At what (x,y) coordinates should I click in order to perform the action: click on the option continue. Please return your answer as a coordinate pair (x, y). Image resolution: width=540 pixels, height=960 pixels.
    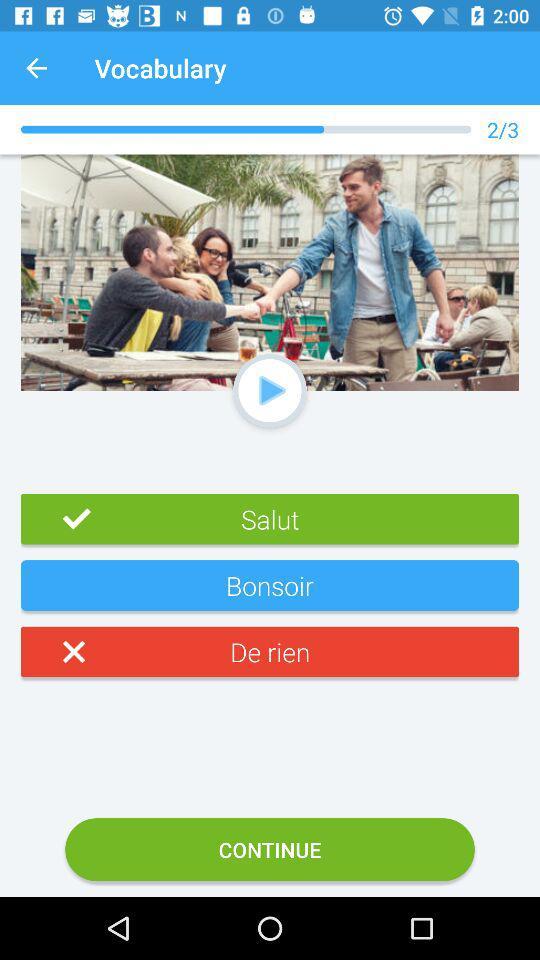
    Looking at the image, I should click on (270, 848).